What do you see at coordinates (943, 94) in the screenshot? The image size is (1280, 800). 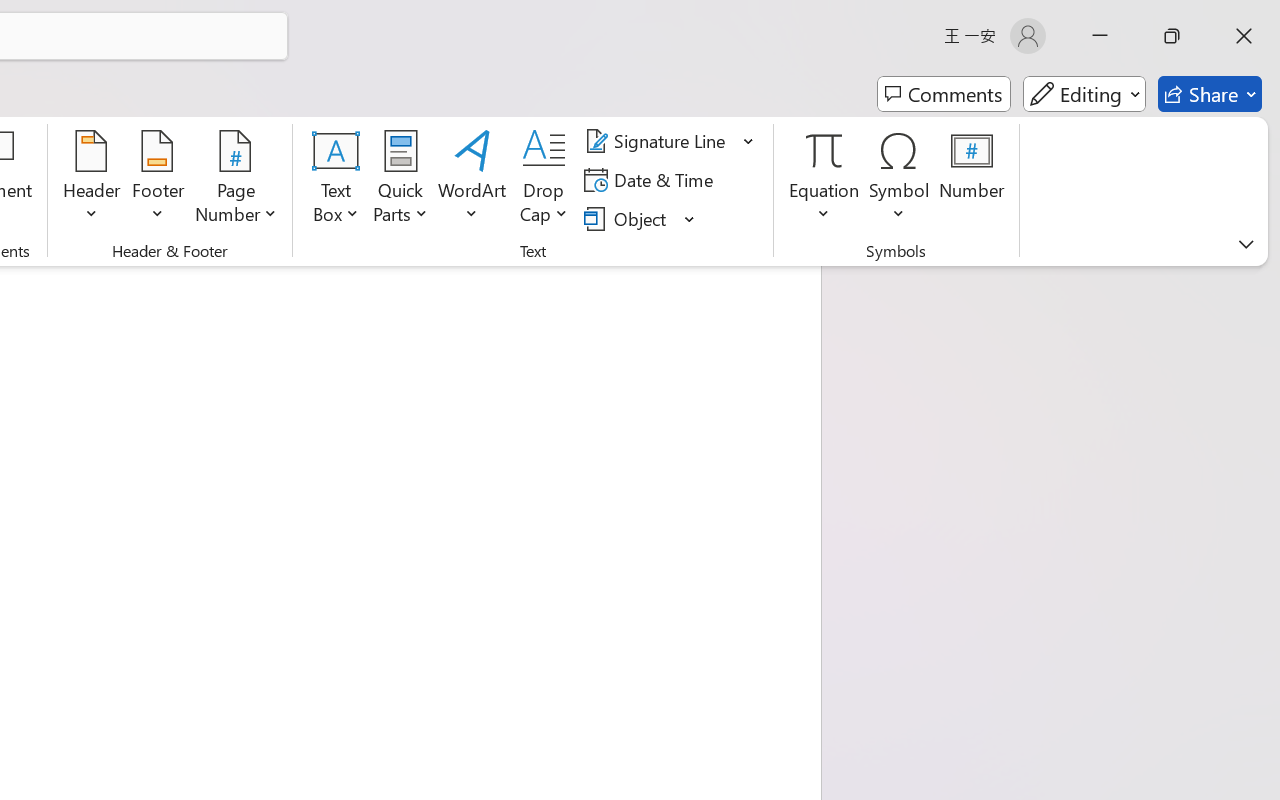 I see `'Comments'` at bounding box center [943, 94].